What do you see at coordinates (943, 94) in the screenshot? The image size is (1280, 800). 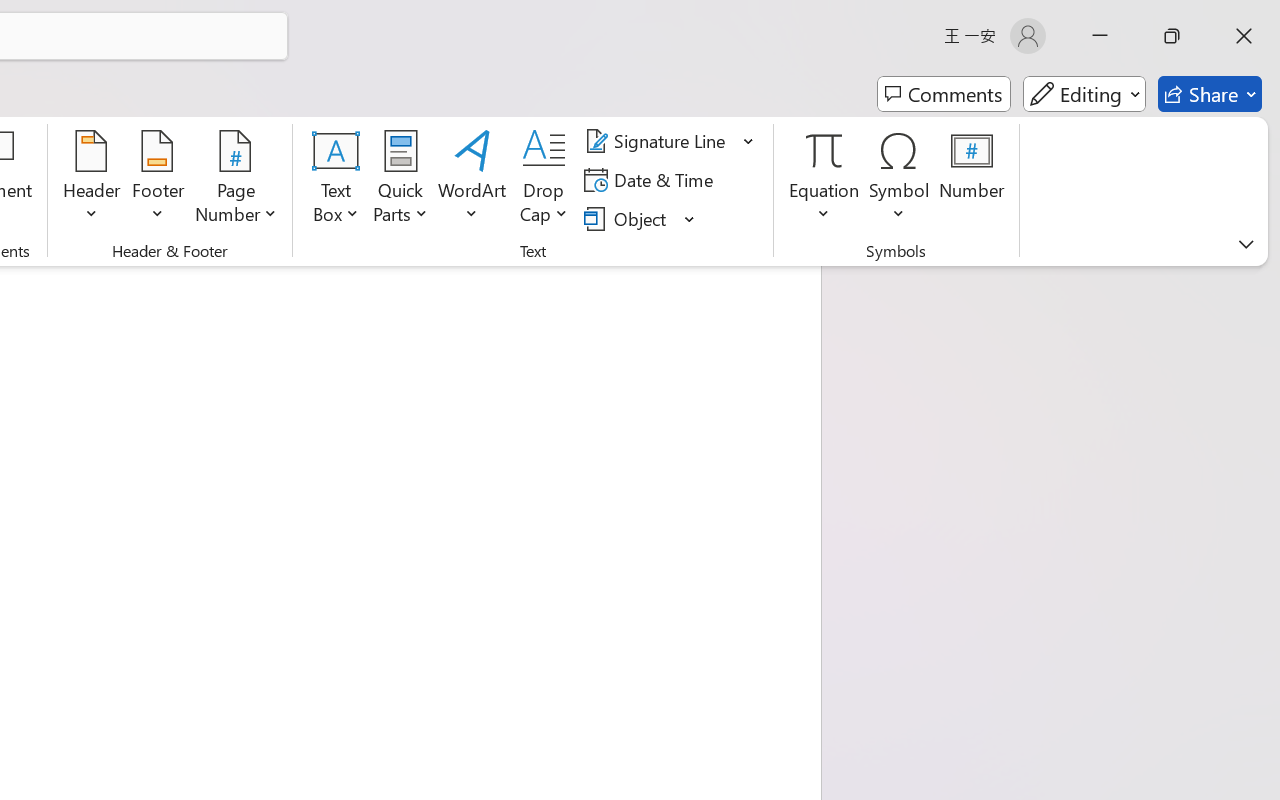 I see `'Comments'` at bounding box center [943, 94].